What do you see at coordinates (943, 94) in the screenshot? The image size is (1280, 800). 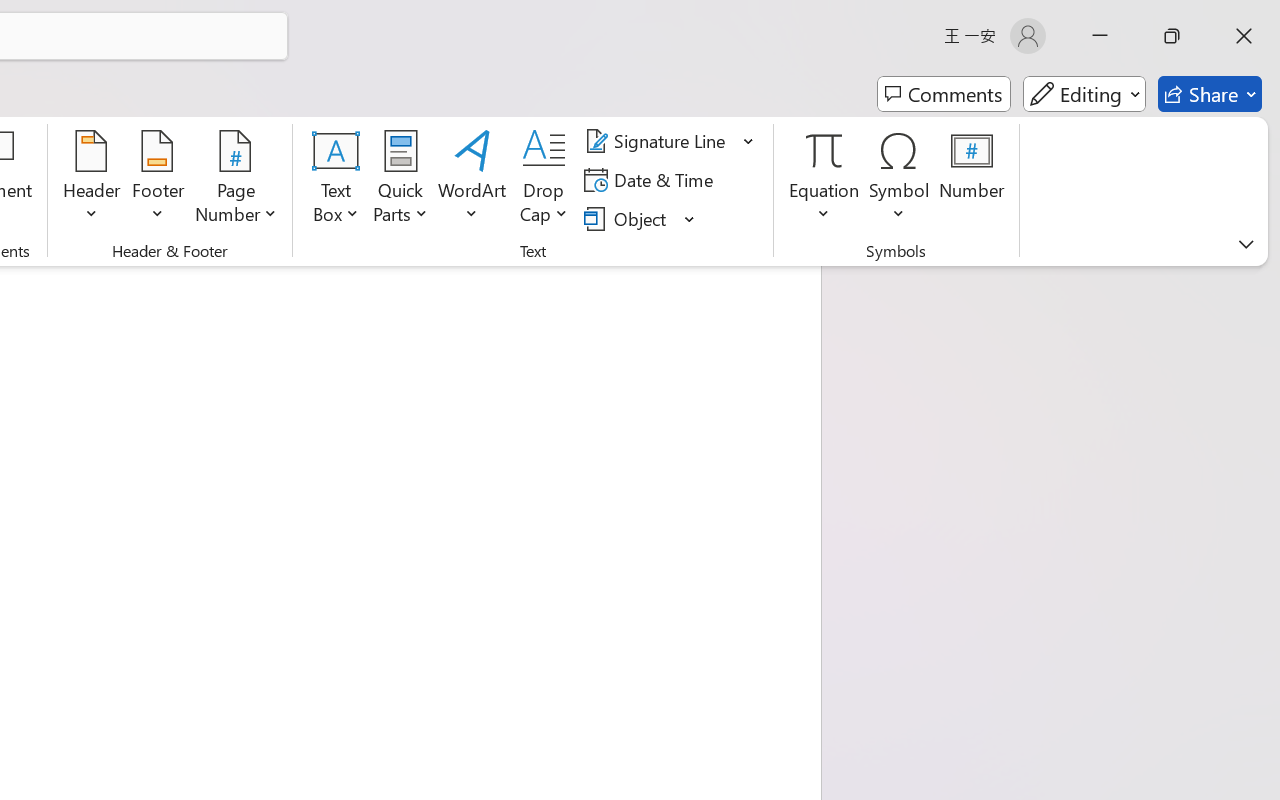 I see `'Comments'` at bounding box center [943, 94].